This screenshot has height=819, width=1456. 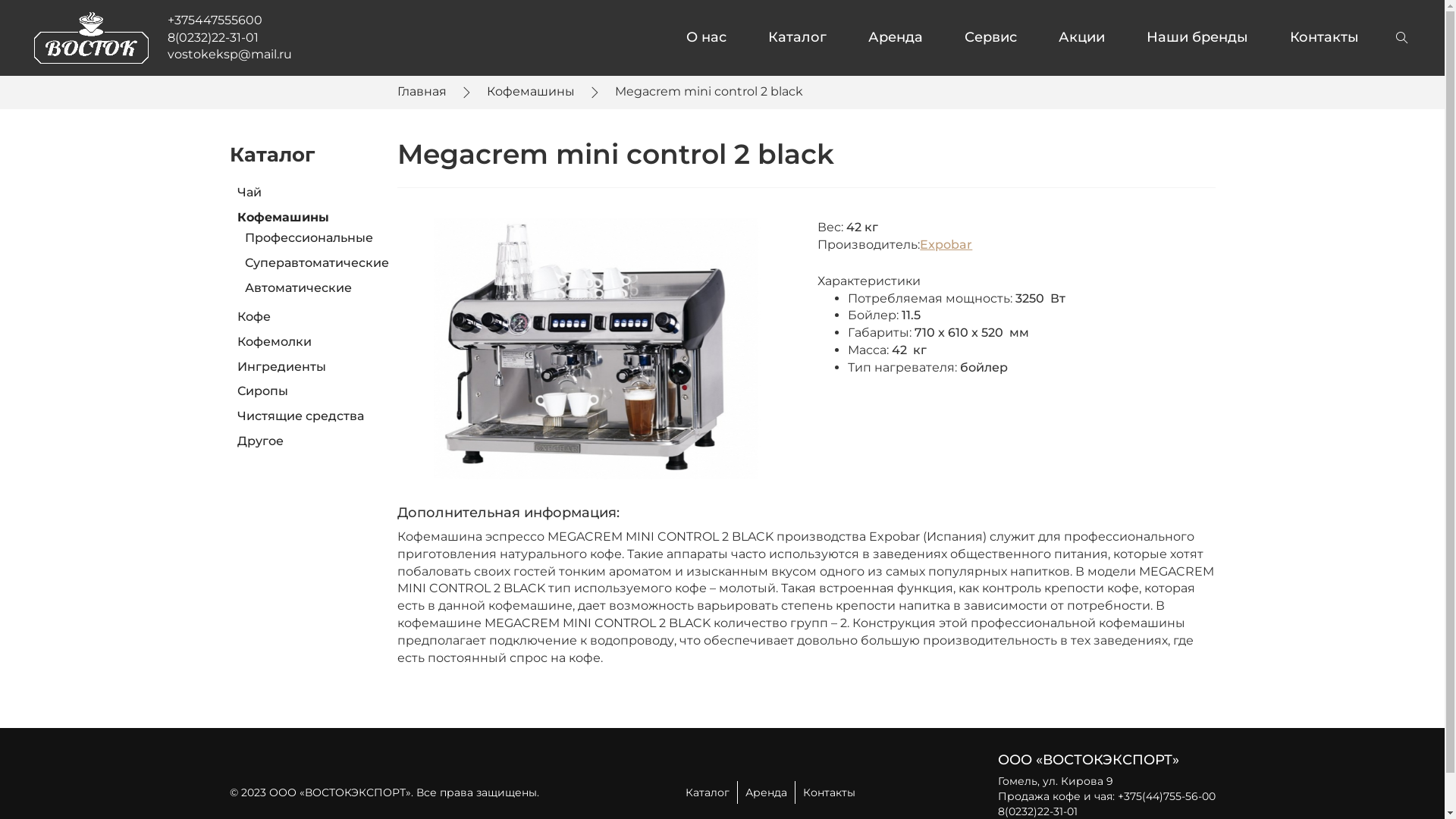 I want to click on '8(0232)22-31-01', so click(x=212, y=36).